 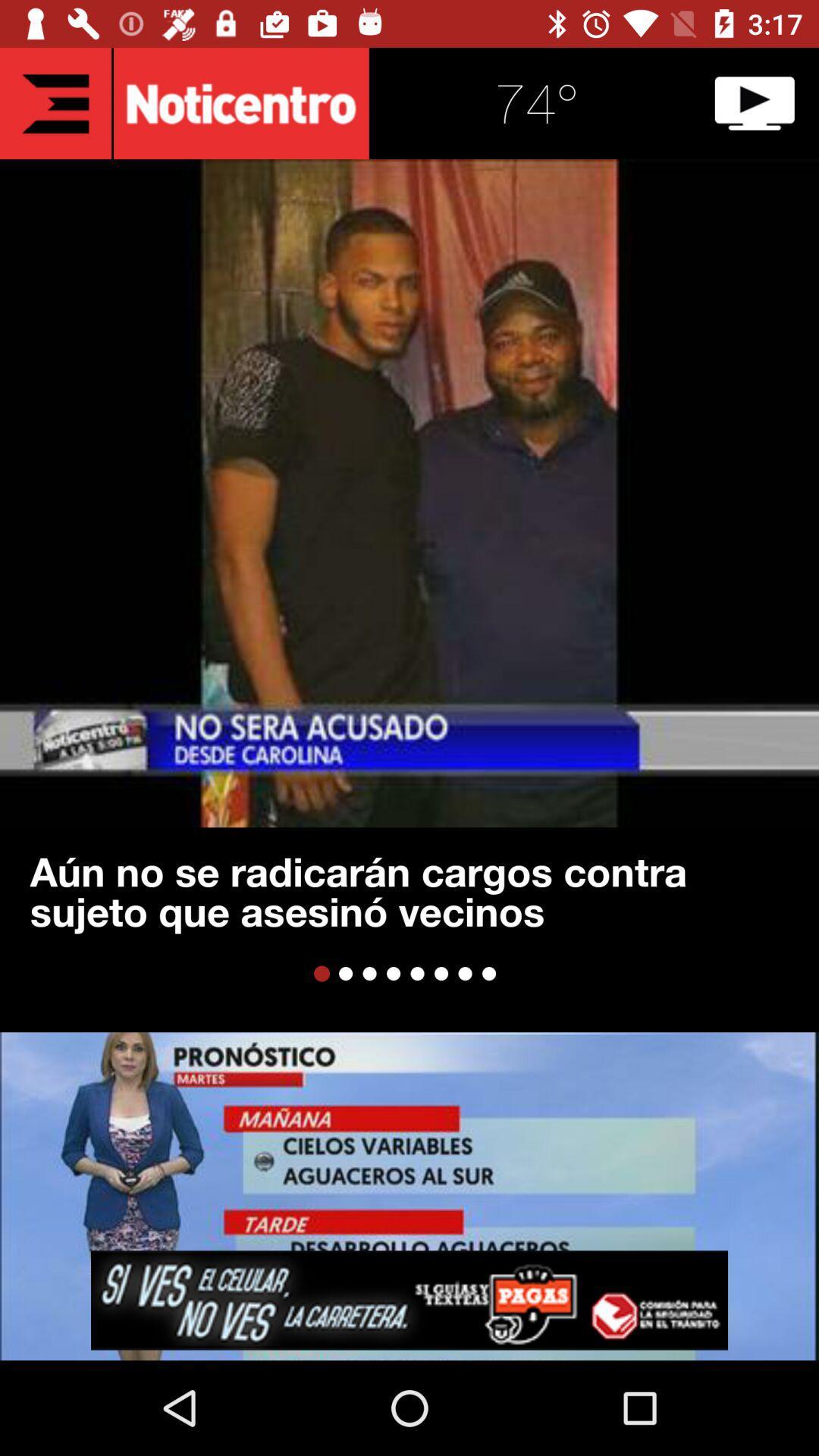 What do you see at coordinates (409, 1299) in the screenshot?
I see `open advertisement` at bounding box center [409, 1299].